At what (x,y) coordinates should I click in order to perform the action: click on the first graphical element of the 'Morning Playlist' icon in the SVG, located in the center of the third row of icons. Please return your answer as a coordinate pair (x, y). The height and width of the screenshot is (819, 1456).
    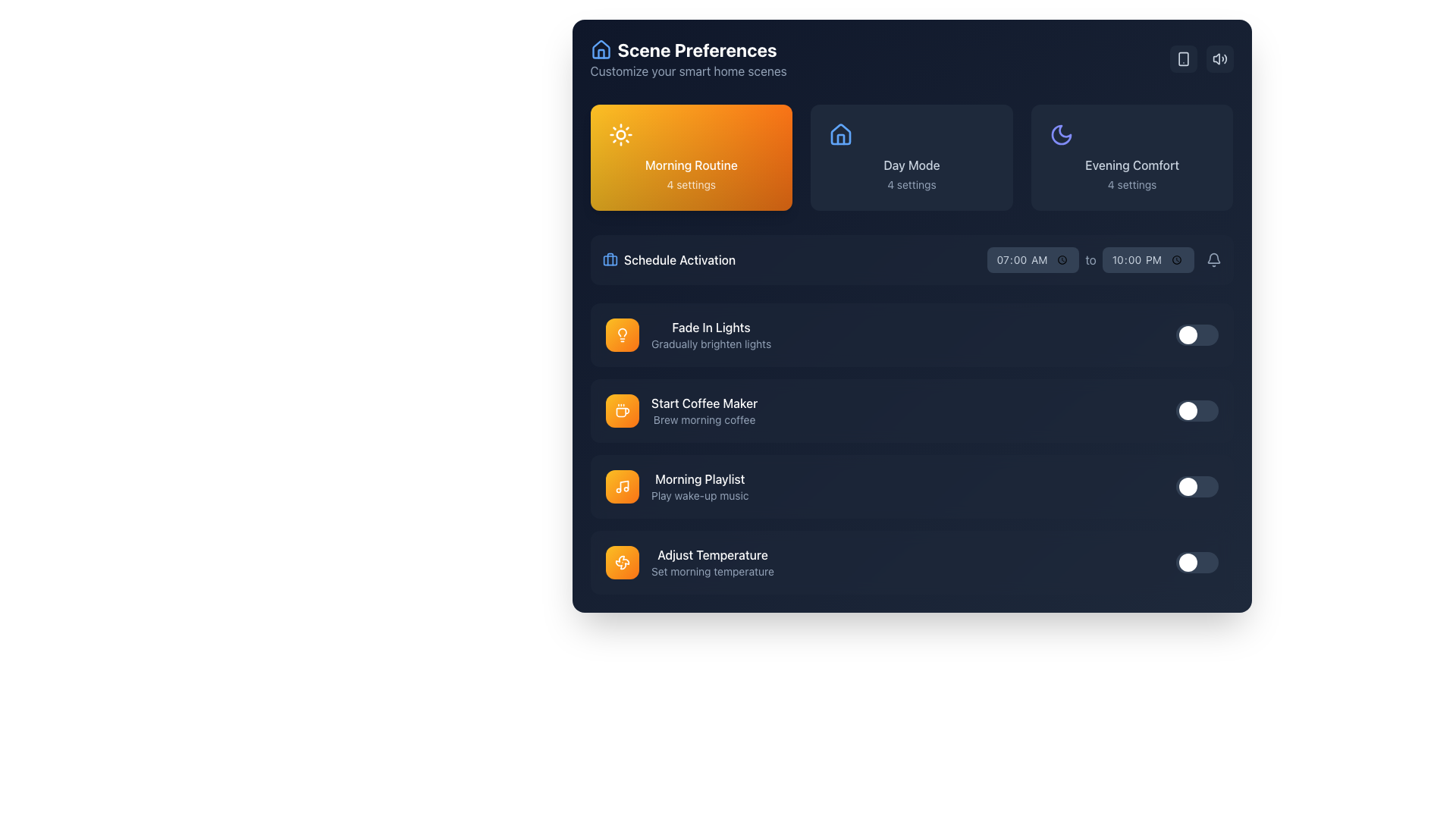
    Looking at the image, I should click on (623, 485).